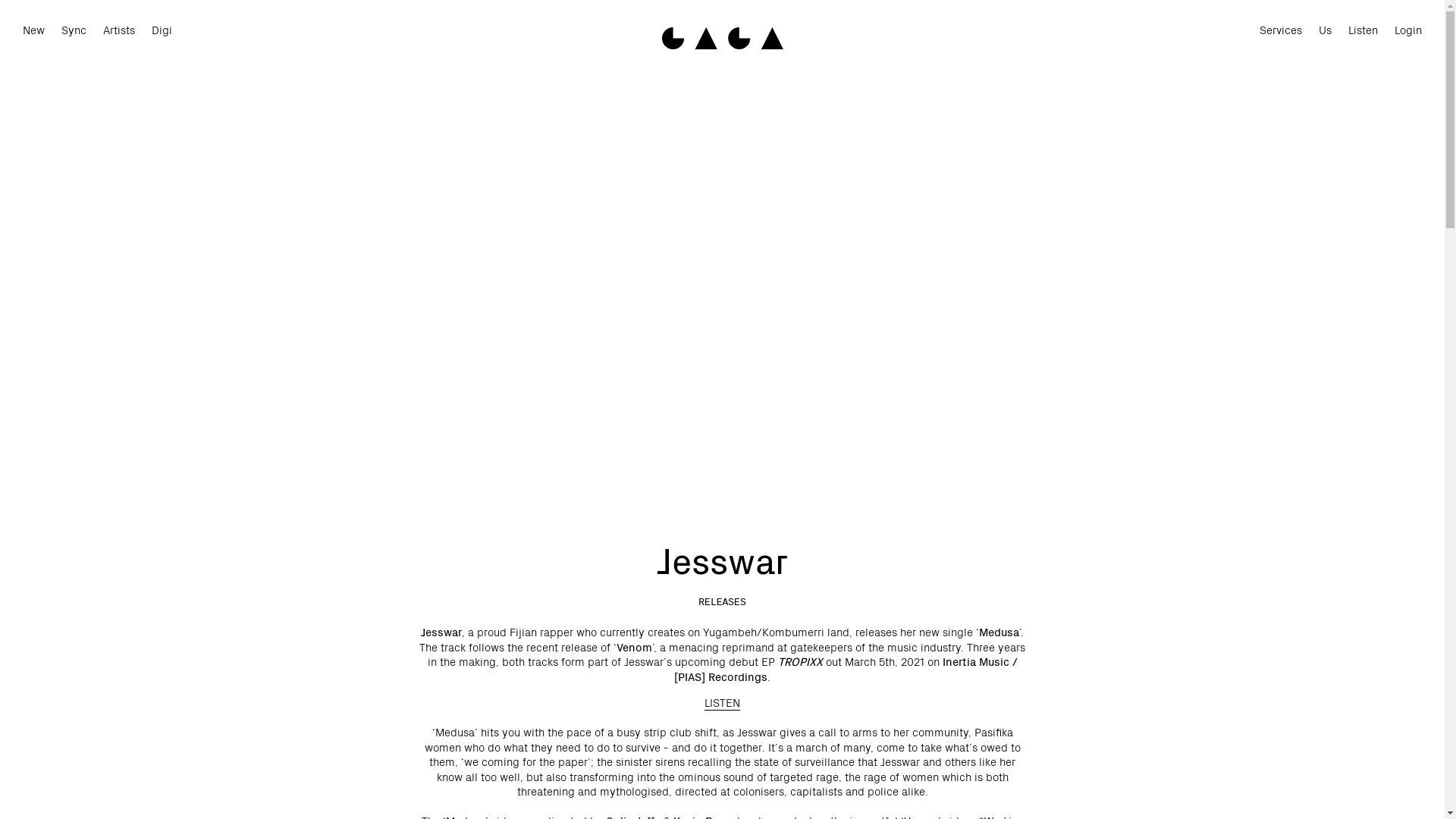  Describe the element at coordinates (1317, 30) in the screenshot. I see `'Us'` at that location.